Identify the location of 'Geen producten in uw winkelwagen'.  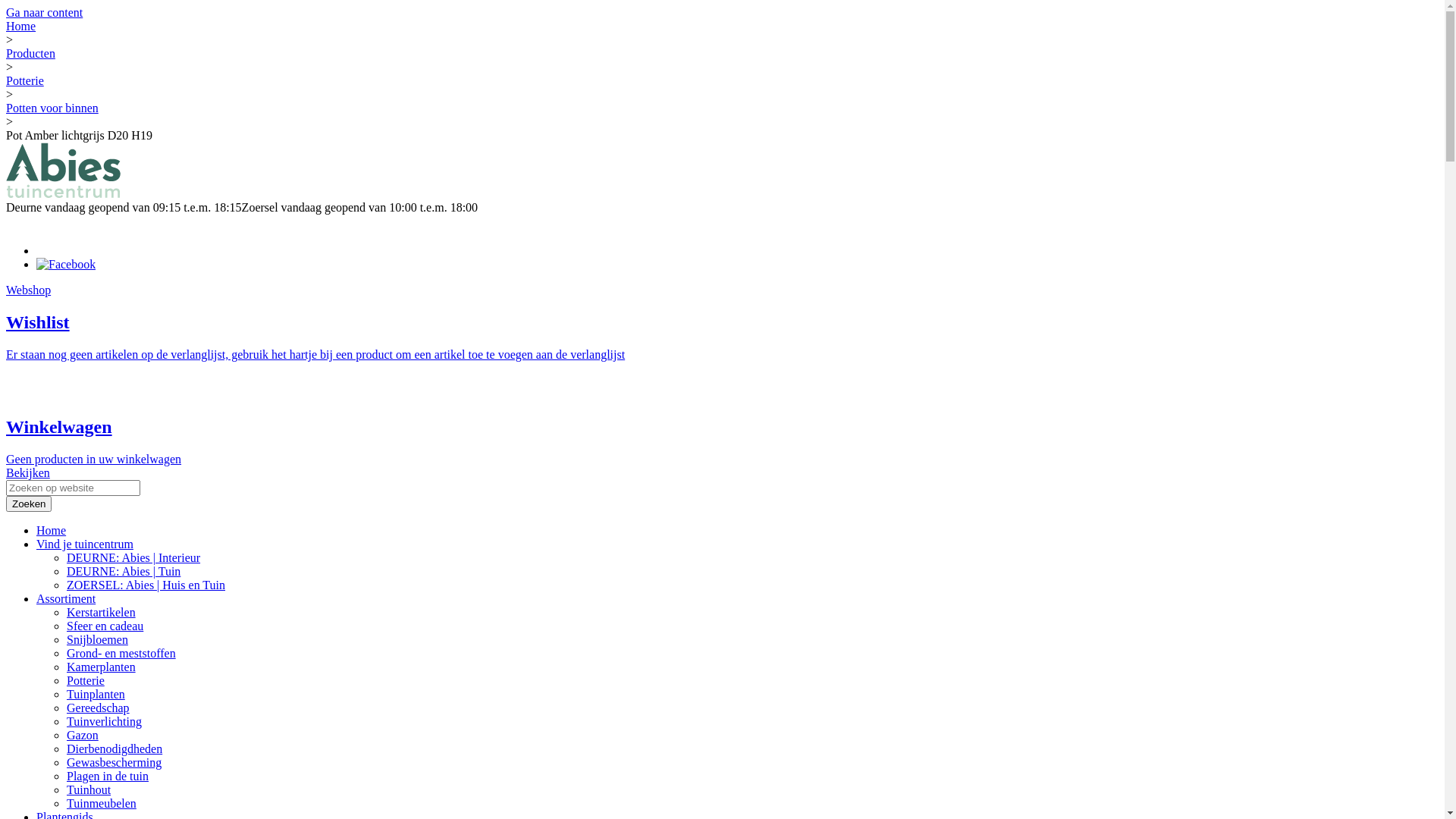
(93, 458).